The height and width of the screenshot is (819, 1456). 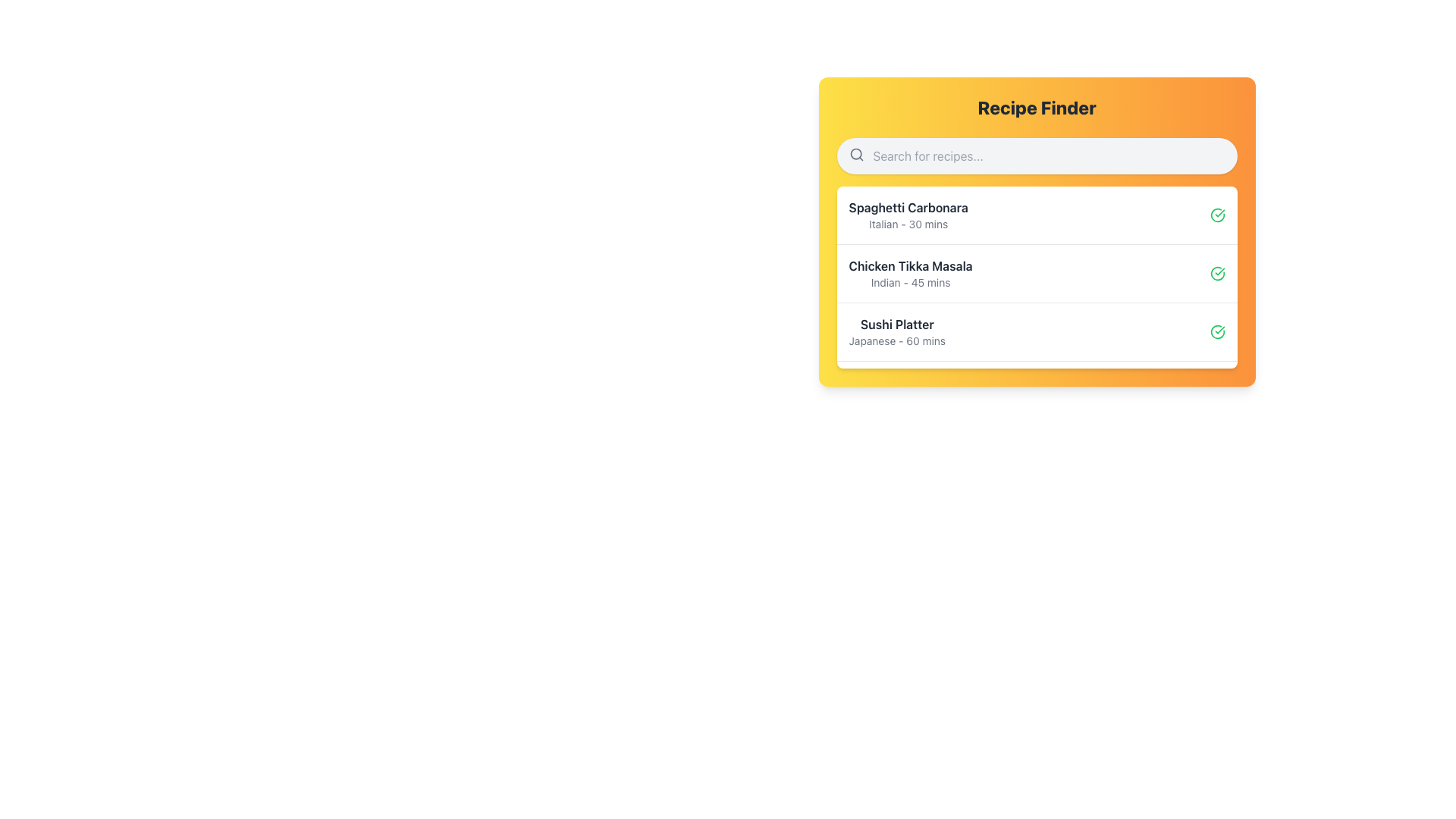 What do you see at coordinates (856, 155) in the screenshot?
I see `the search icon that serves as a visual indicator for the search functionality, positioned at the leftmost side of the input field` at bounding box center [856, 155].